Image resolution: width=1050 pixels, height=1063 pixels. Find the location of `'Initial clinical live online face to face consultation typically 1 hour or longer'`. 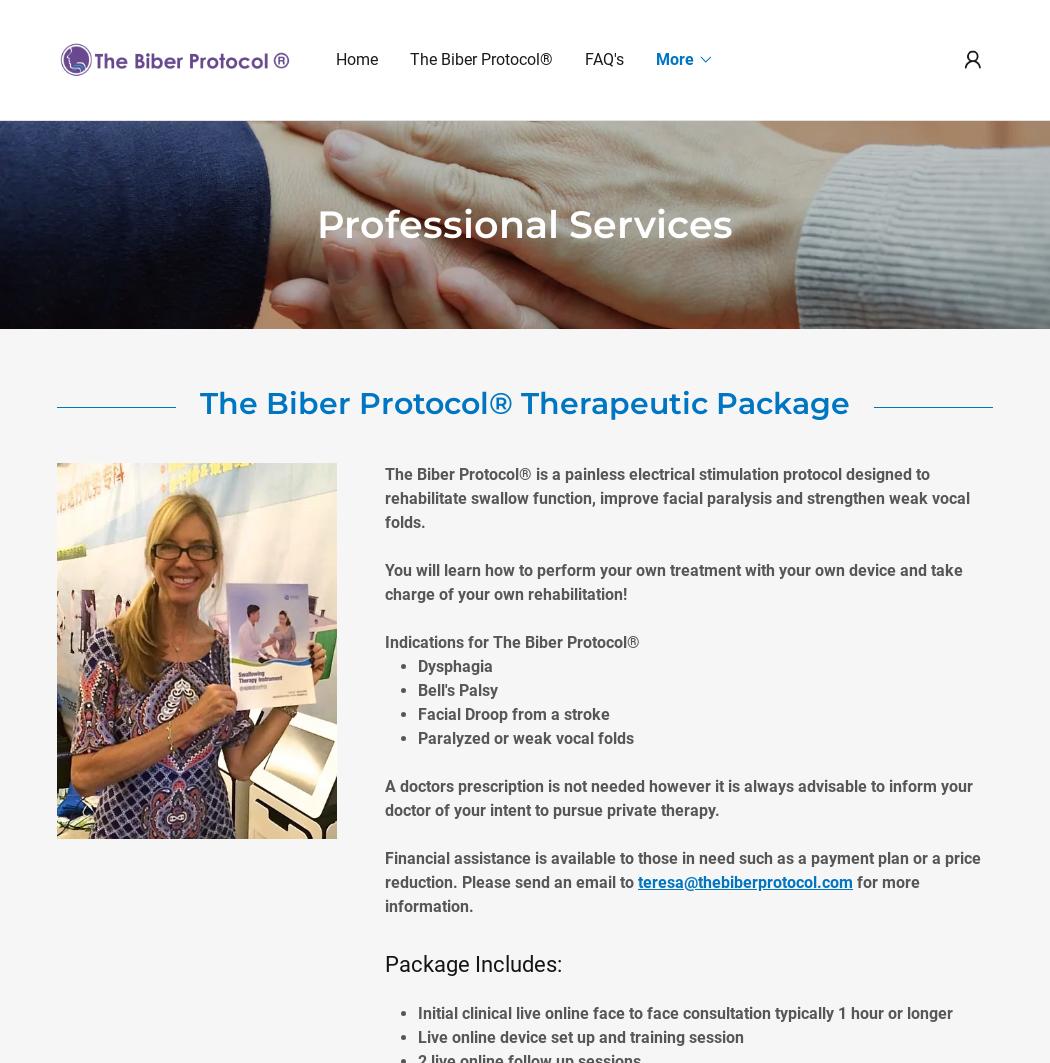

'Initial clinical live online face to face consultation typically 1 hour or longer' is located at coordinates (686, 1012).